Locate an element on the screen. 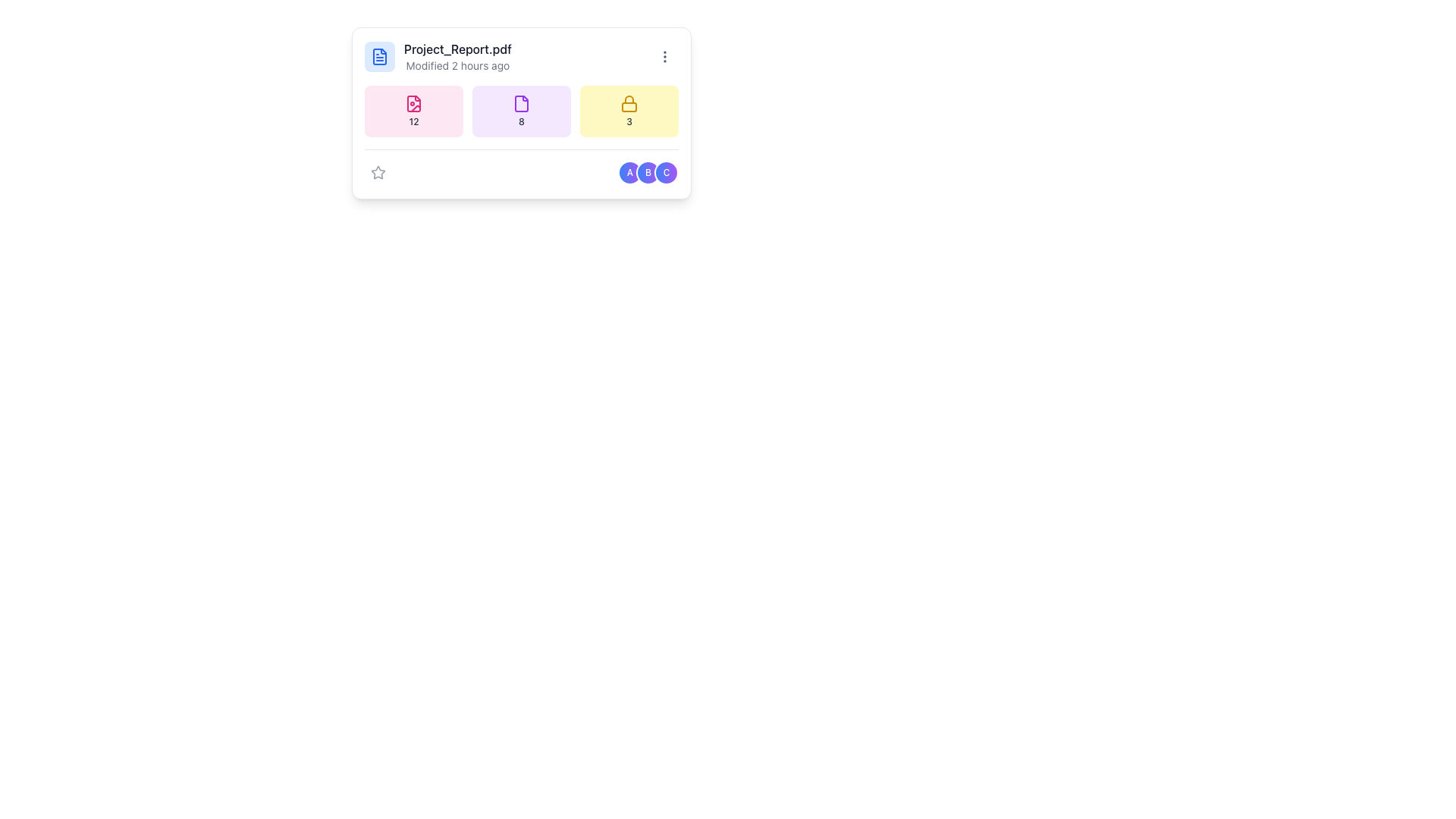 This screenshot has width=1456, height=819. the circular button displaying 'B' is located at coordinates (648, 171).